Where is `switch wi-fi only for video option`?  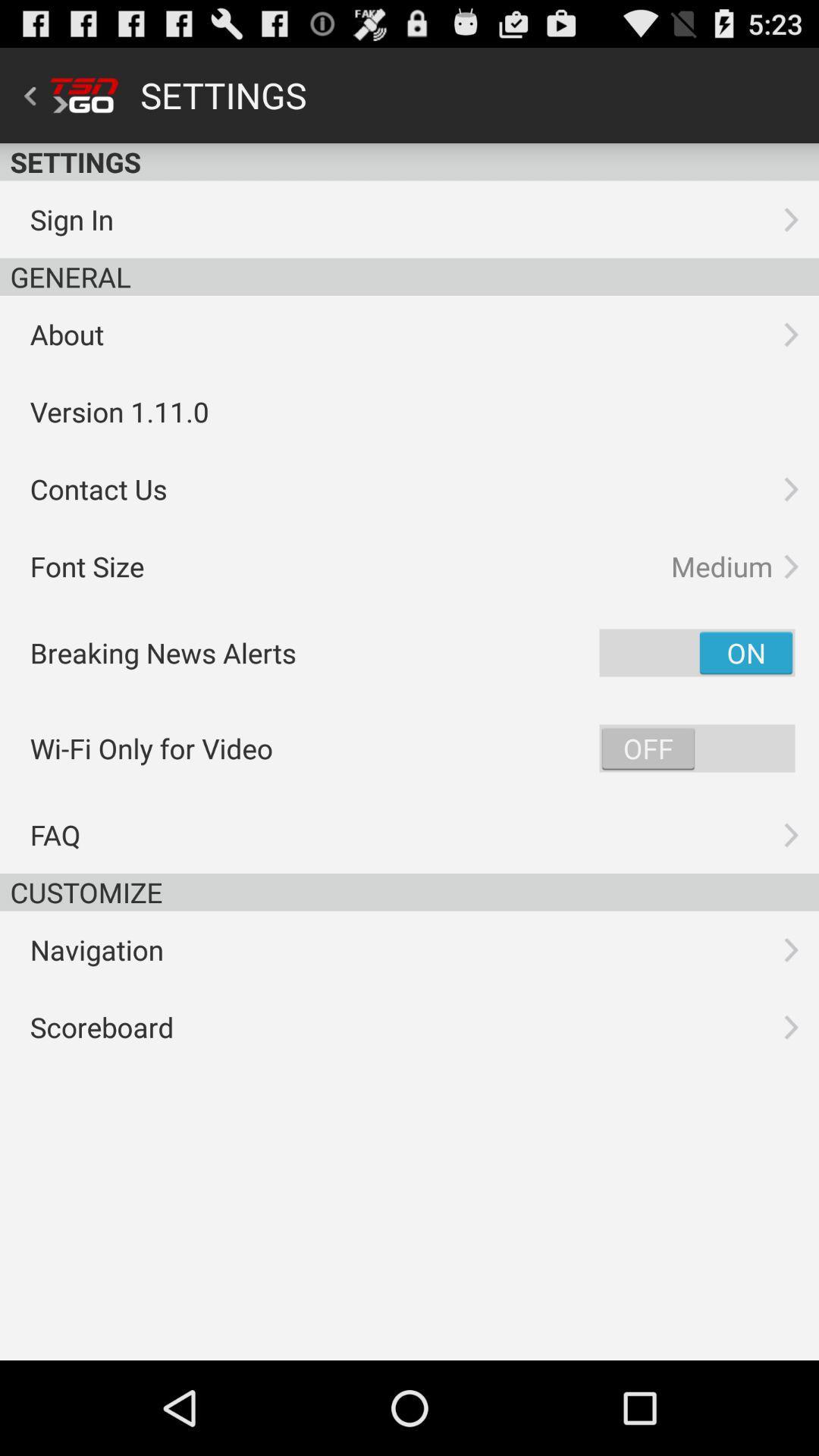
switch wi-fi only for video option is located at coordinates (697, 748).